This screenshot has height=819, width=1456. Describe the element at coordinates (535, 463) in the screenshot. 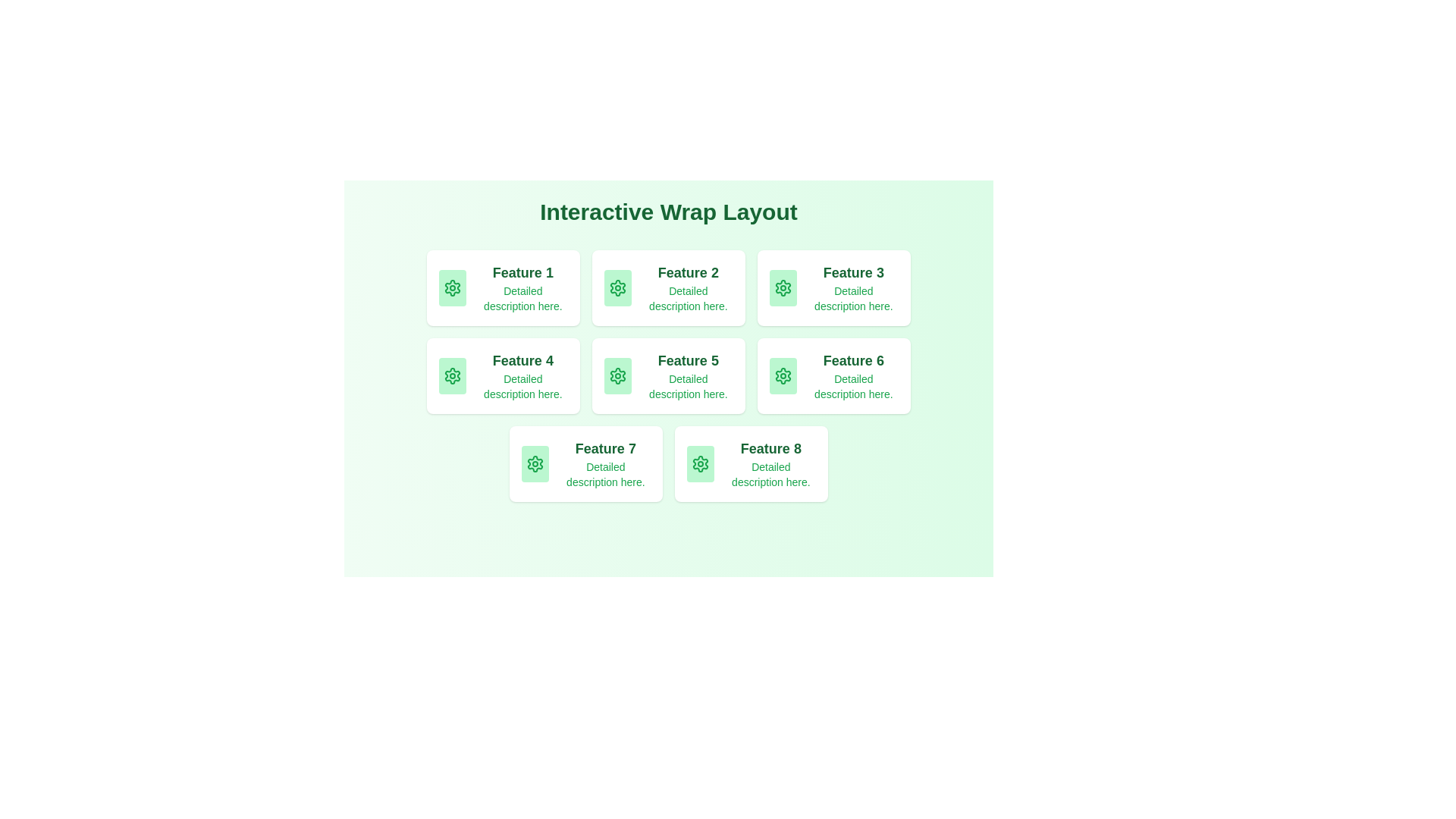

I see `the gear icon representing settings for the 'Feature 7' card, located in the bottom row of the layout grid` at that location.